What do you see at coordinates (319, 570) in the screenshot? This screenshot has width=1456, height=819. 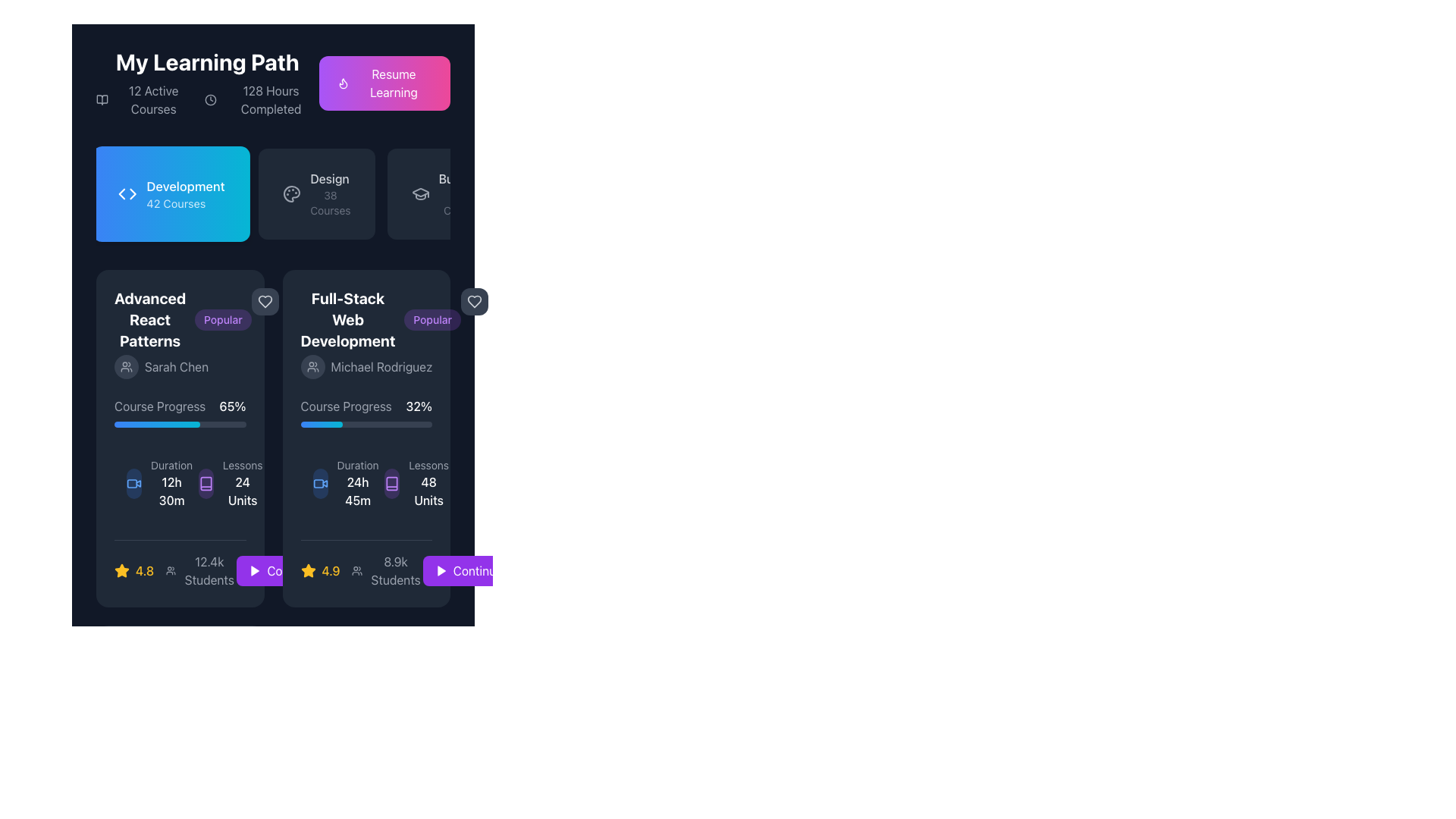 I see `the rating value displayed as '4.9' next to the yellow star icon in the lower left section of the second card for the 'Full-Stack Web Development' course` at bounding box center [319, 570].